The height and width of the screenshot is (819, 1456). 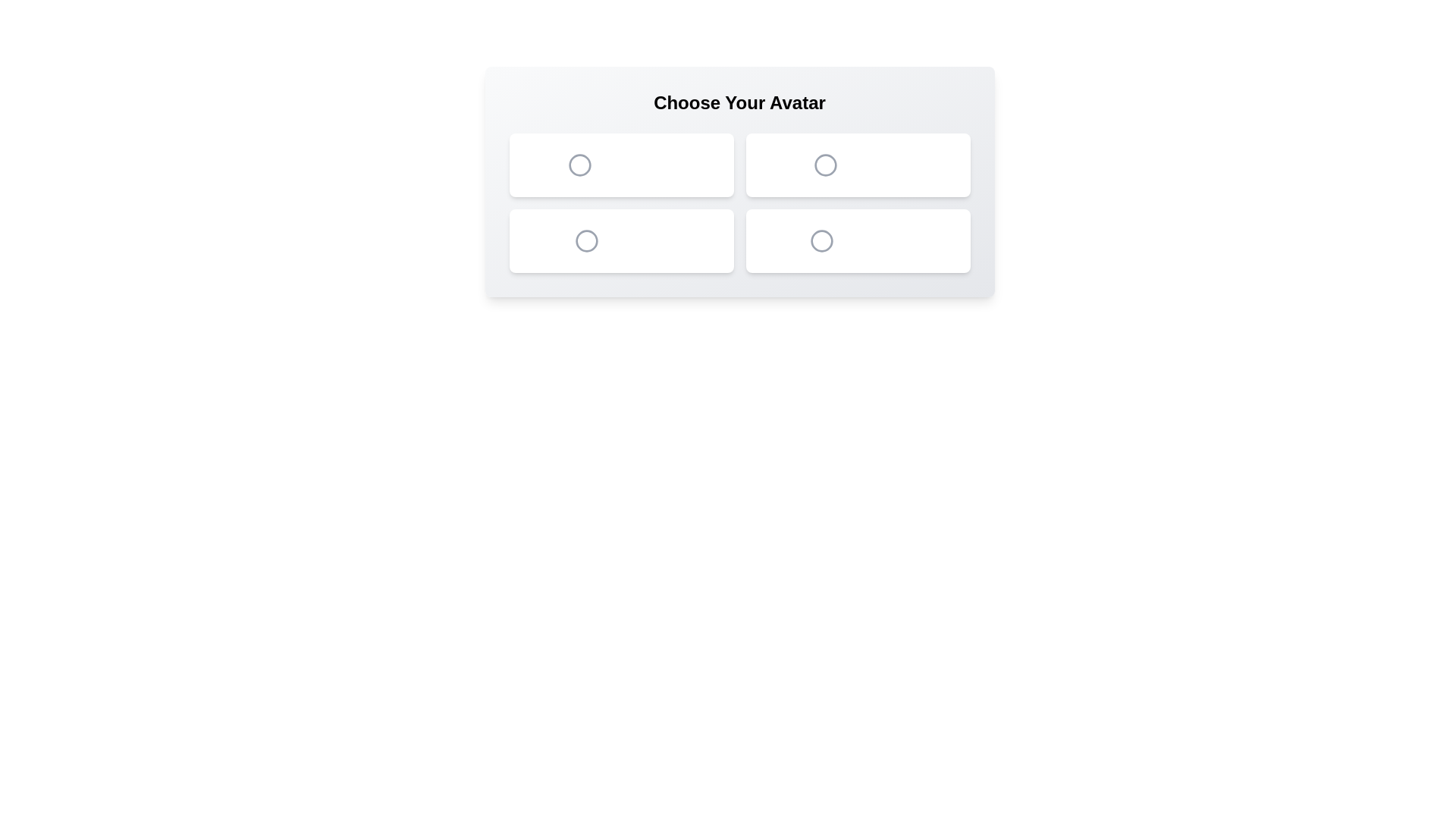 I want to click on the vector graphic circle element located in the second row, first column of the avatar selection grid for interaction, so click(x=585, y=240).